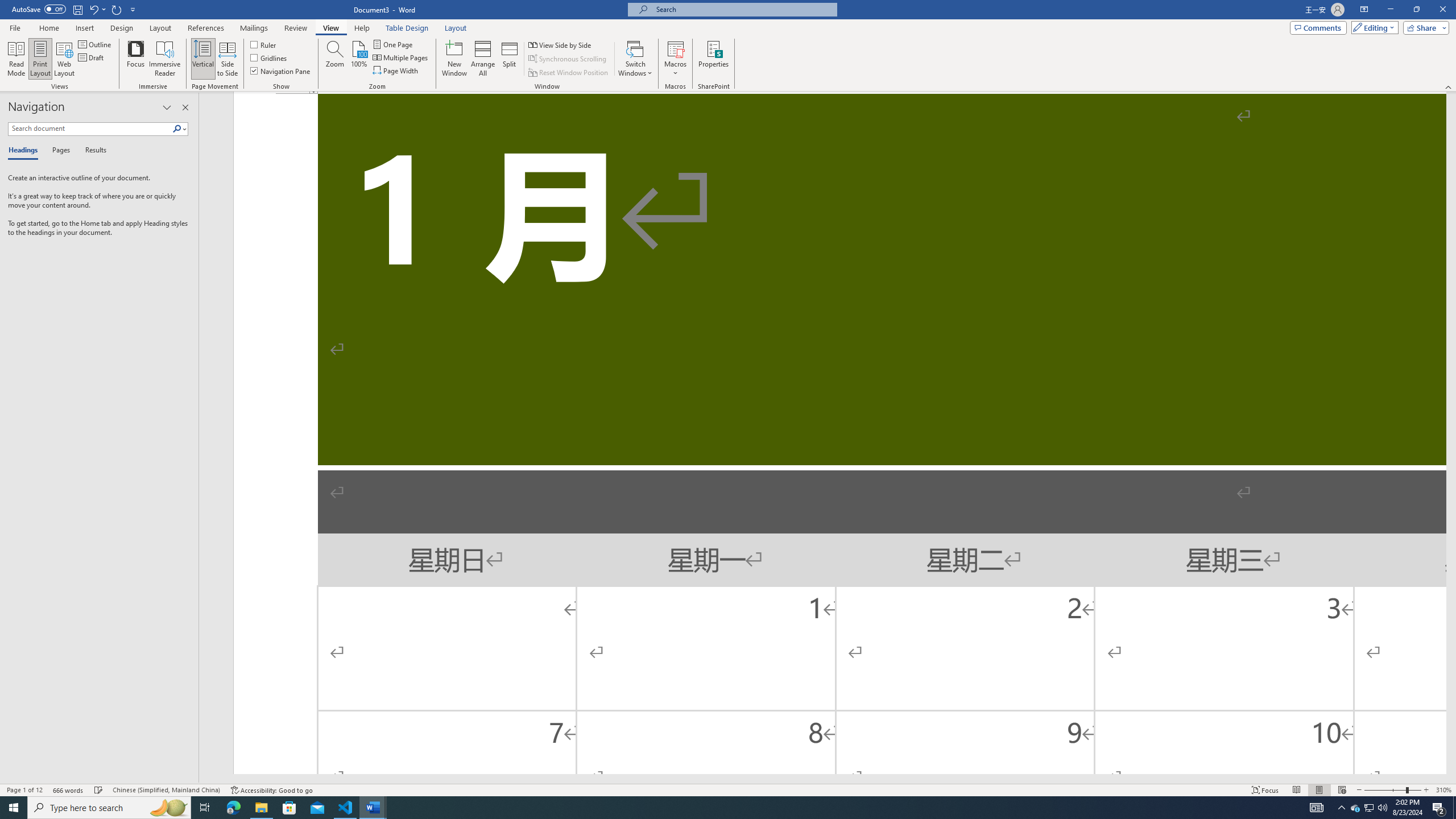  Describe the element at coordinates (1416, 9) in the screenshot. I see `'Restore Down'` at that location.